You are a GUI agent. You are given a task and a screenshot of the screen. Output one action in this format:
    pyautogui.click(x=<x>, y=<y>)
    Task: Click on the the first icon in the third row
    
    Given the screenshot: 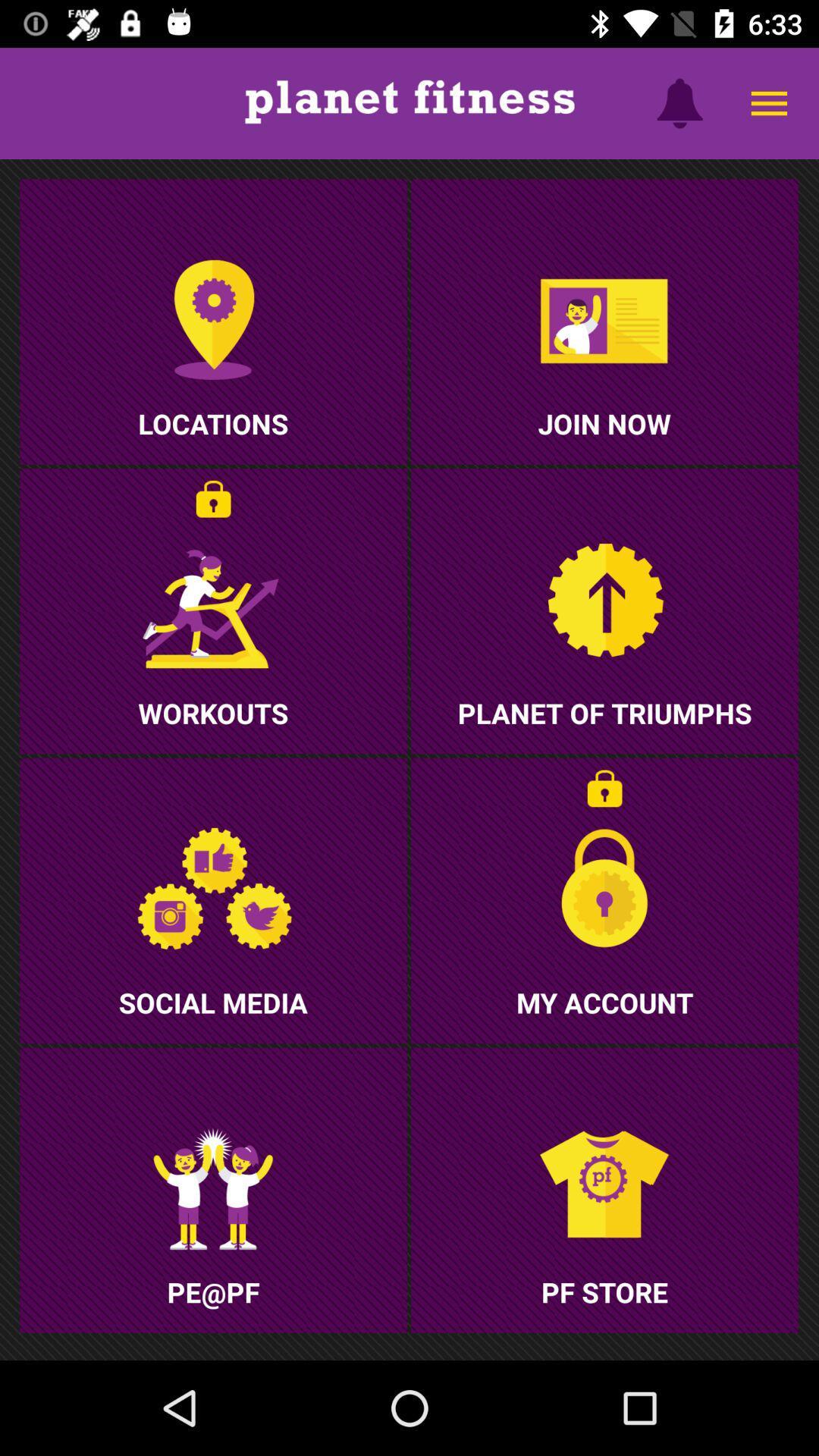 What is the action you would take?
    pyautogui.click(x=213, y=1189)
    